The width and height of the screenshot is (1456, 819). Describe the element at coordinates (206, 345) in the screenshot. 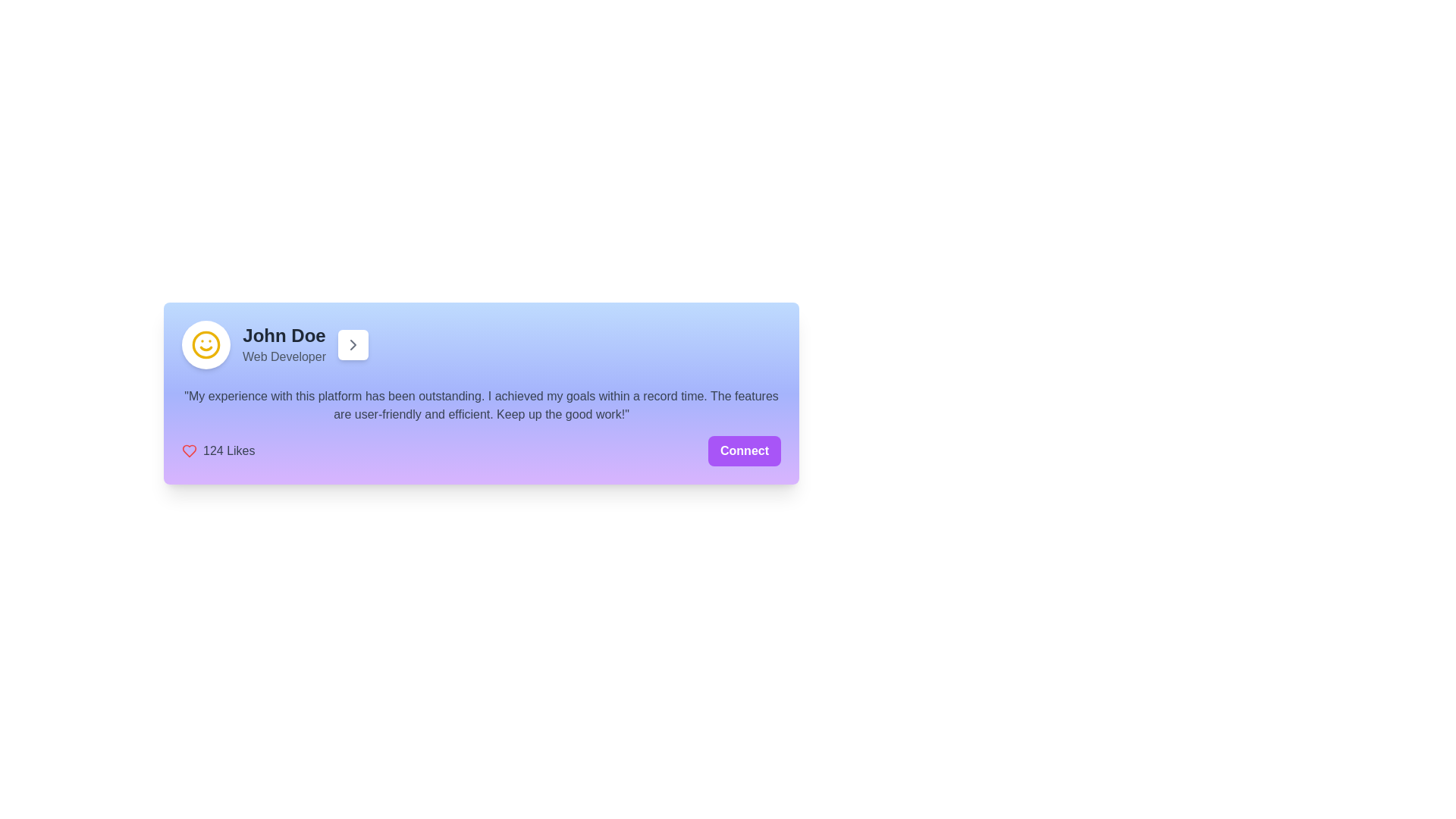

I see `the circular smiling face icon, which is yellow and white, located on the left side of the text area containing 'John Doe' and 'Web Developer' within the card layout` at that location.